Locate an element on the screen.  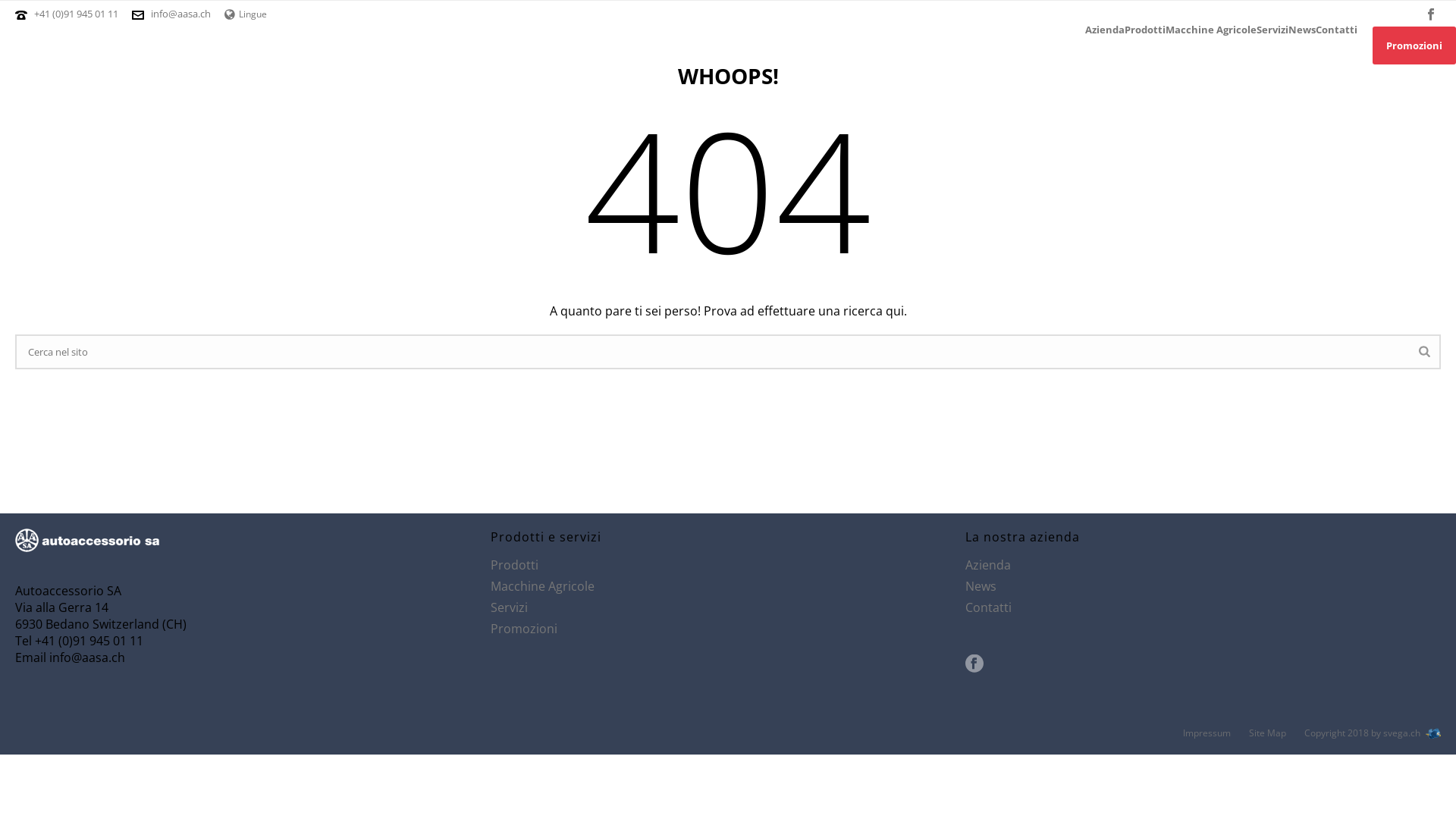
'Lingue' is located at coordinates (246, 14).